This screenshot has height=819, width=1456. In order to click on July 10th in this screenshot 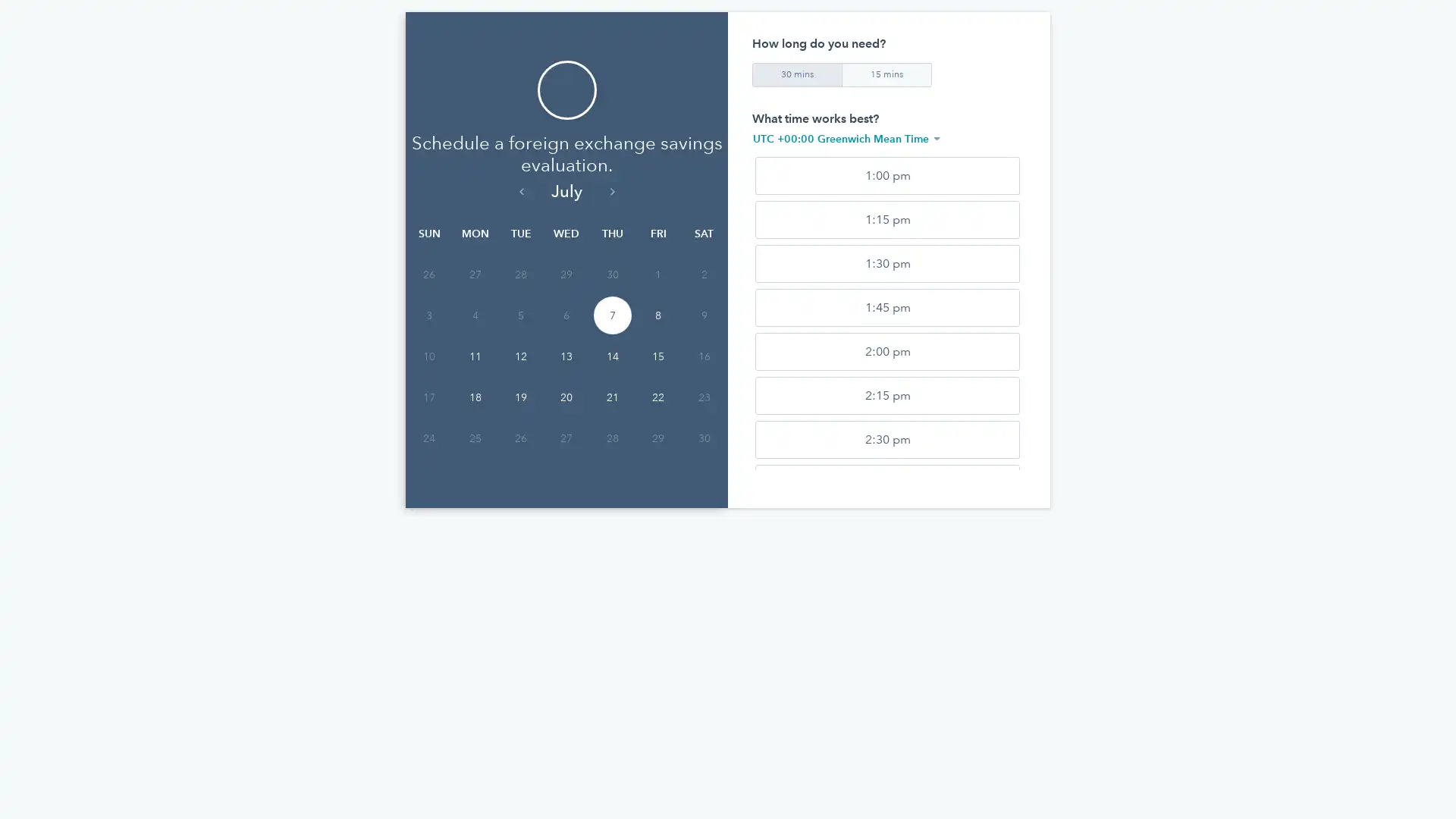, I will do `click(428, 356)`.